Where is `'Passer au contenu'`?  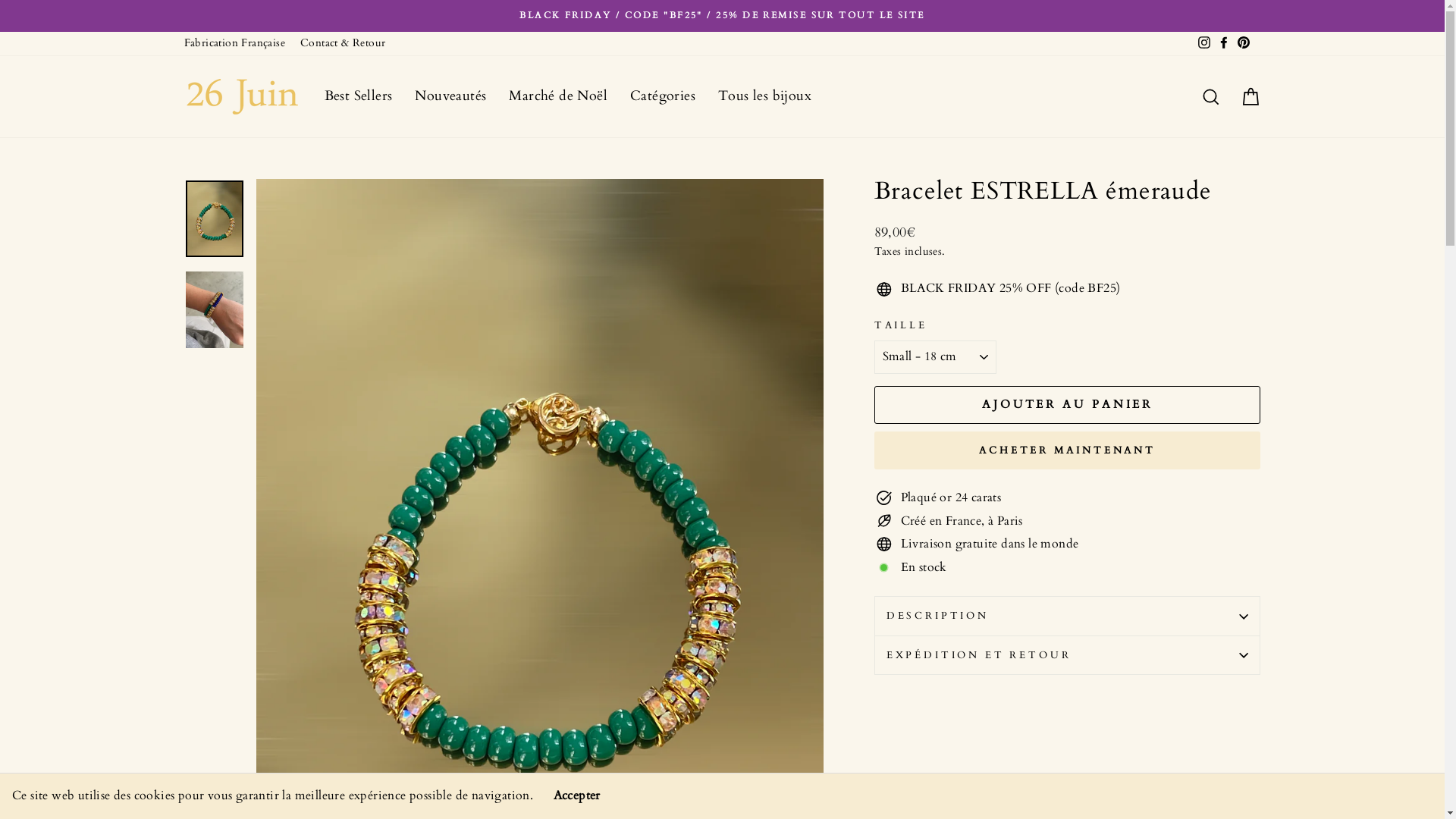
'Passer au contenu' is located at coordinates (0, 0).